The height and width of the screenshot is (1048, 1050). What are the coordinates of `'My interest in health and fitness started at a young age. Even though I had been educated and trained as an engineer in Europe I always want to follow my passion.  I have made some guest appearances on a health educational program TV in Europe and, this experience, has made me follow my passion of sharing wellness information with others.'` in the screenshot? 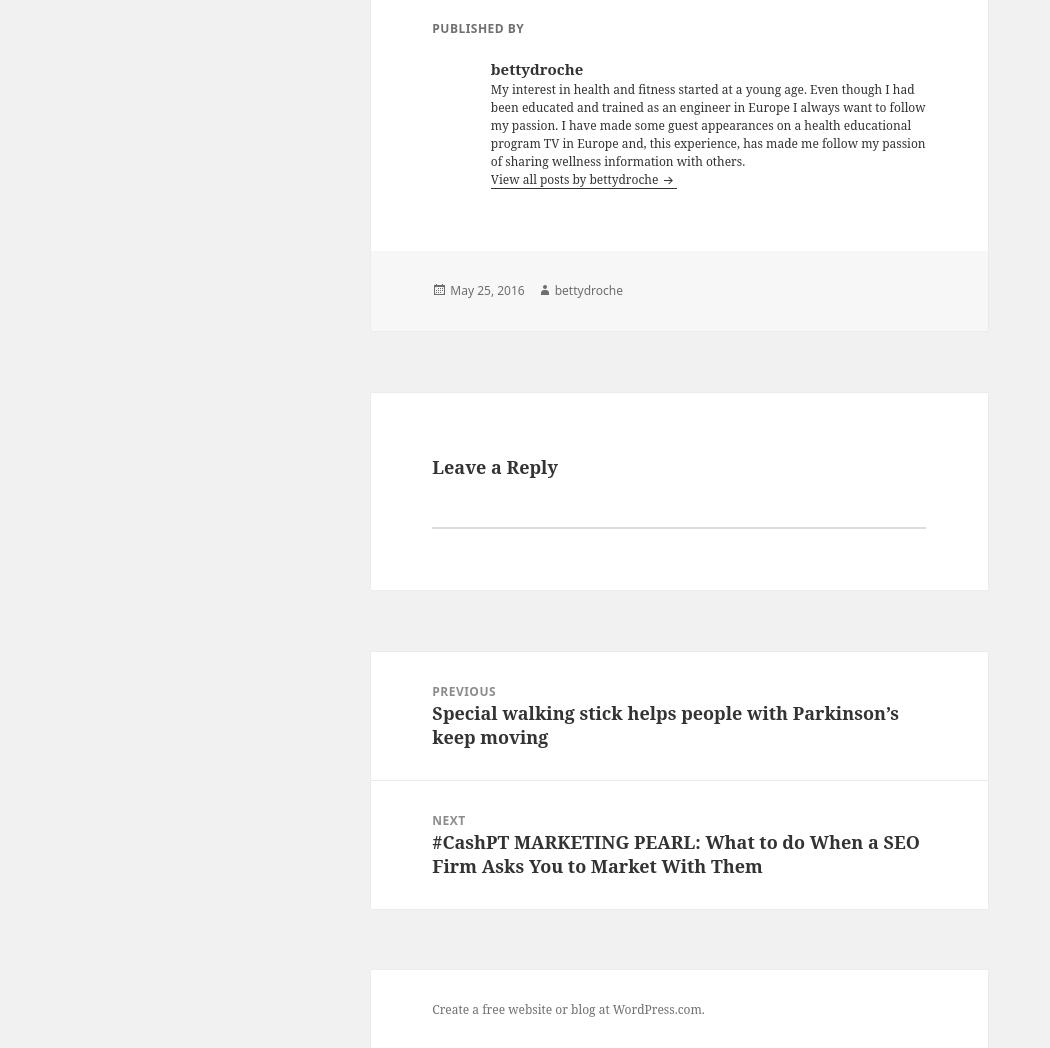 It's located at (707, 123).